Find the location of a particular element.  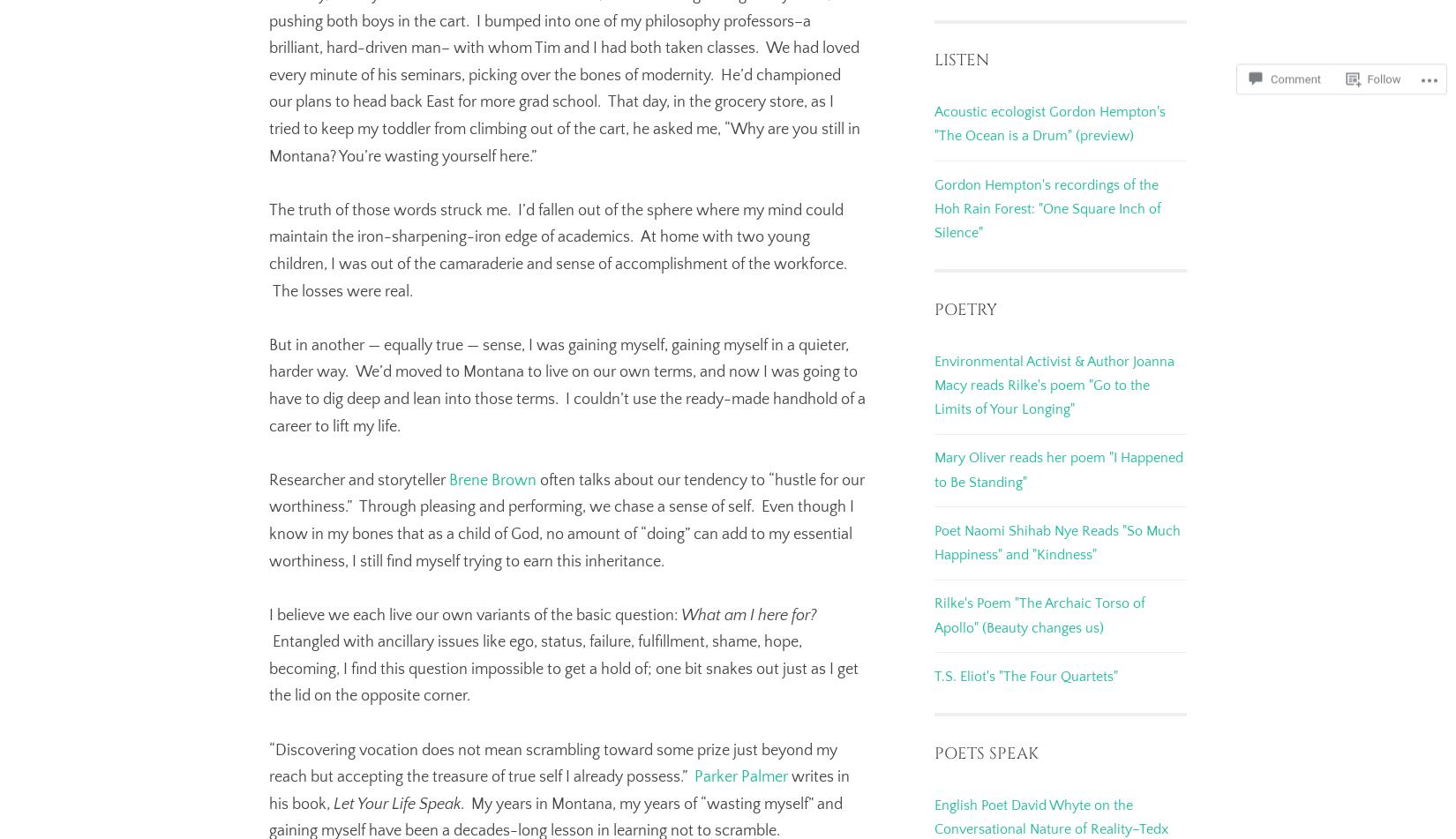

'But in another — equally true — sense, I was gaining myself, gaining myself in a quieter, harder way.  We’d moved to Montana to live on our own terms, and now I was going to have to dig deep and lean into those terms.  I couldn’t use the ready-made handhold of a career to lift my life.' is located at coordinates (567, 385).